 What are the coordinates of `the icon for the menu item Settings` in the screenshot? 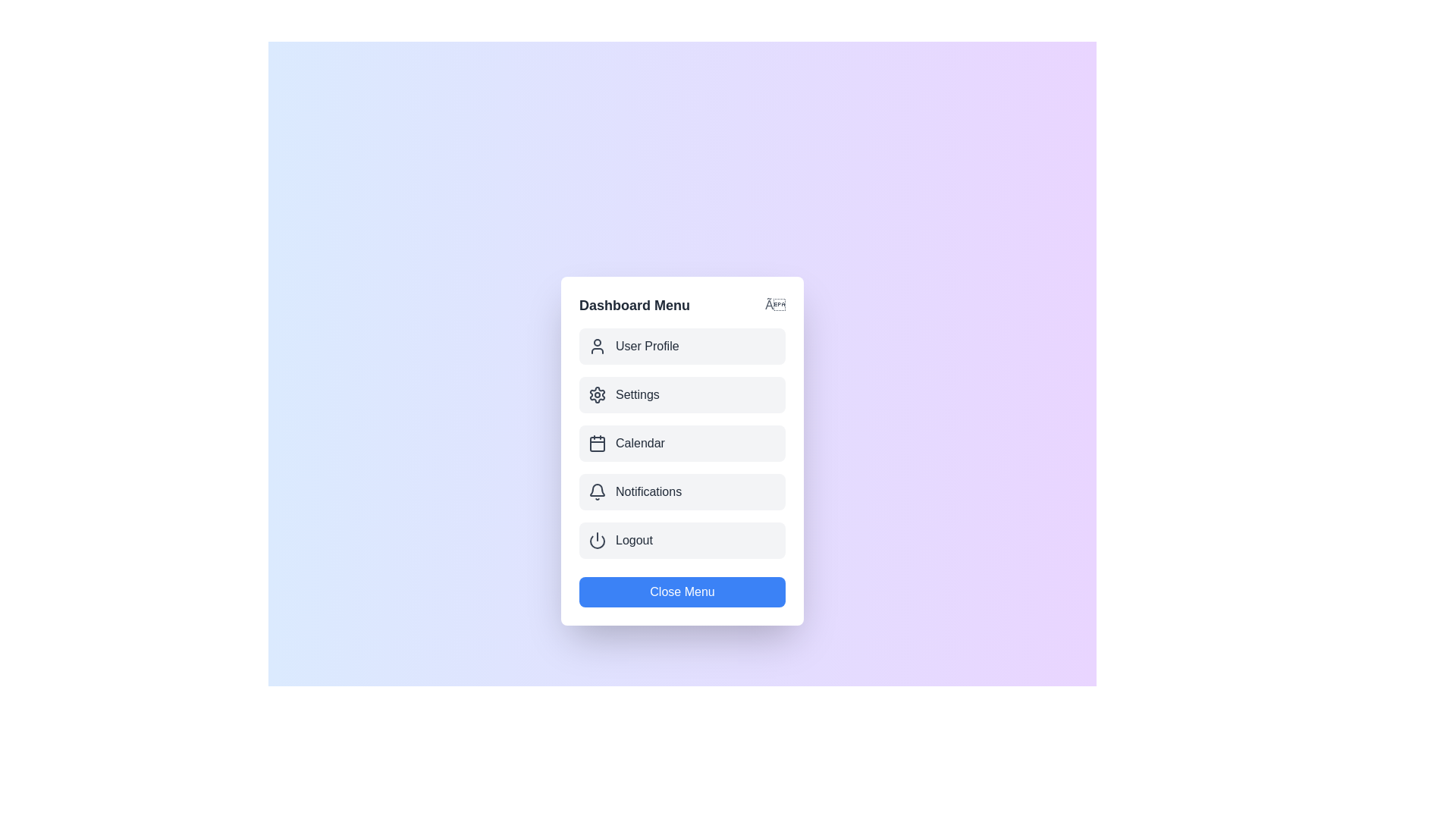 It's located at (596, 394).